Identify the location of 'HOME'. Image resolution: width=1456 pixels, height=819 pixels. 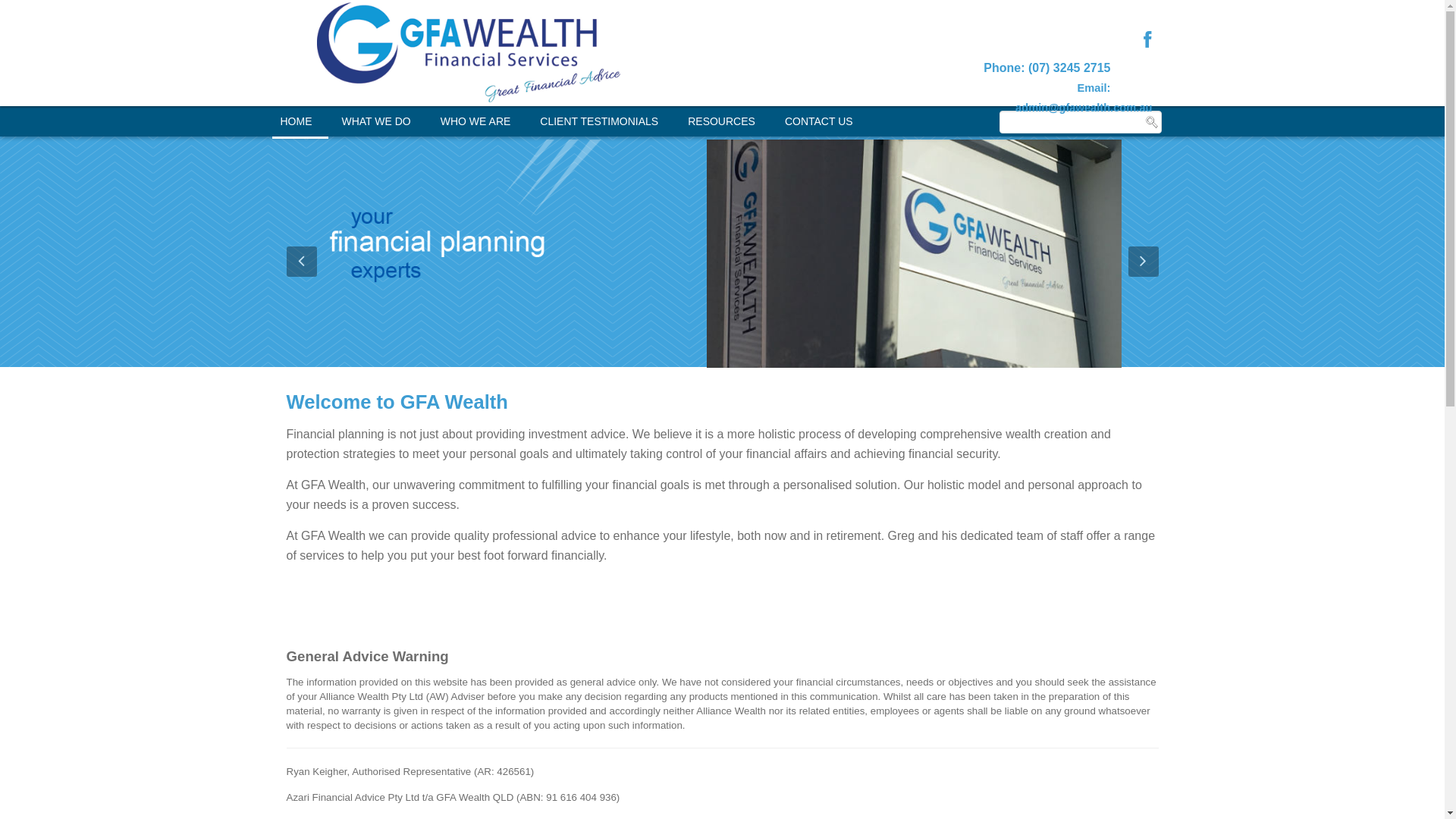
(296, 120).